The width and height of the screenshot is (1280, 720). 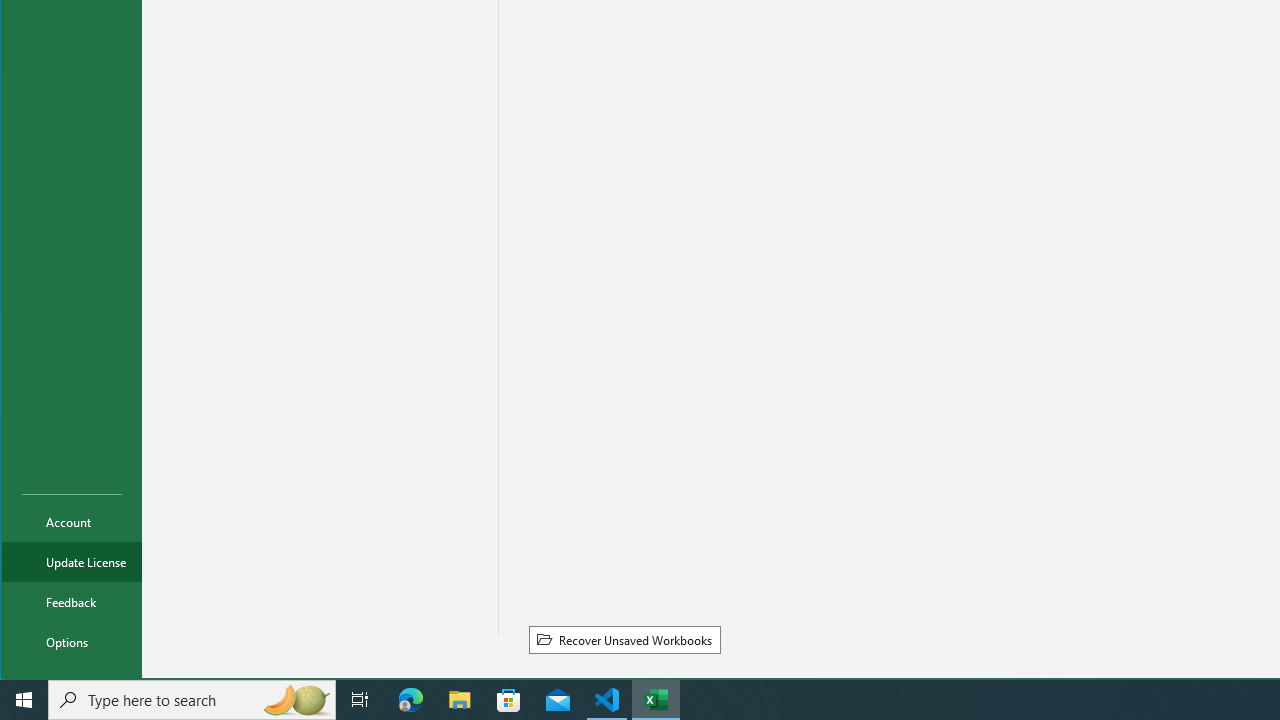 I want to click on 'Update License', so click(x=72, y=561).